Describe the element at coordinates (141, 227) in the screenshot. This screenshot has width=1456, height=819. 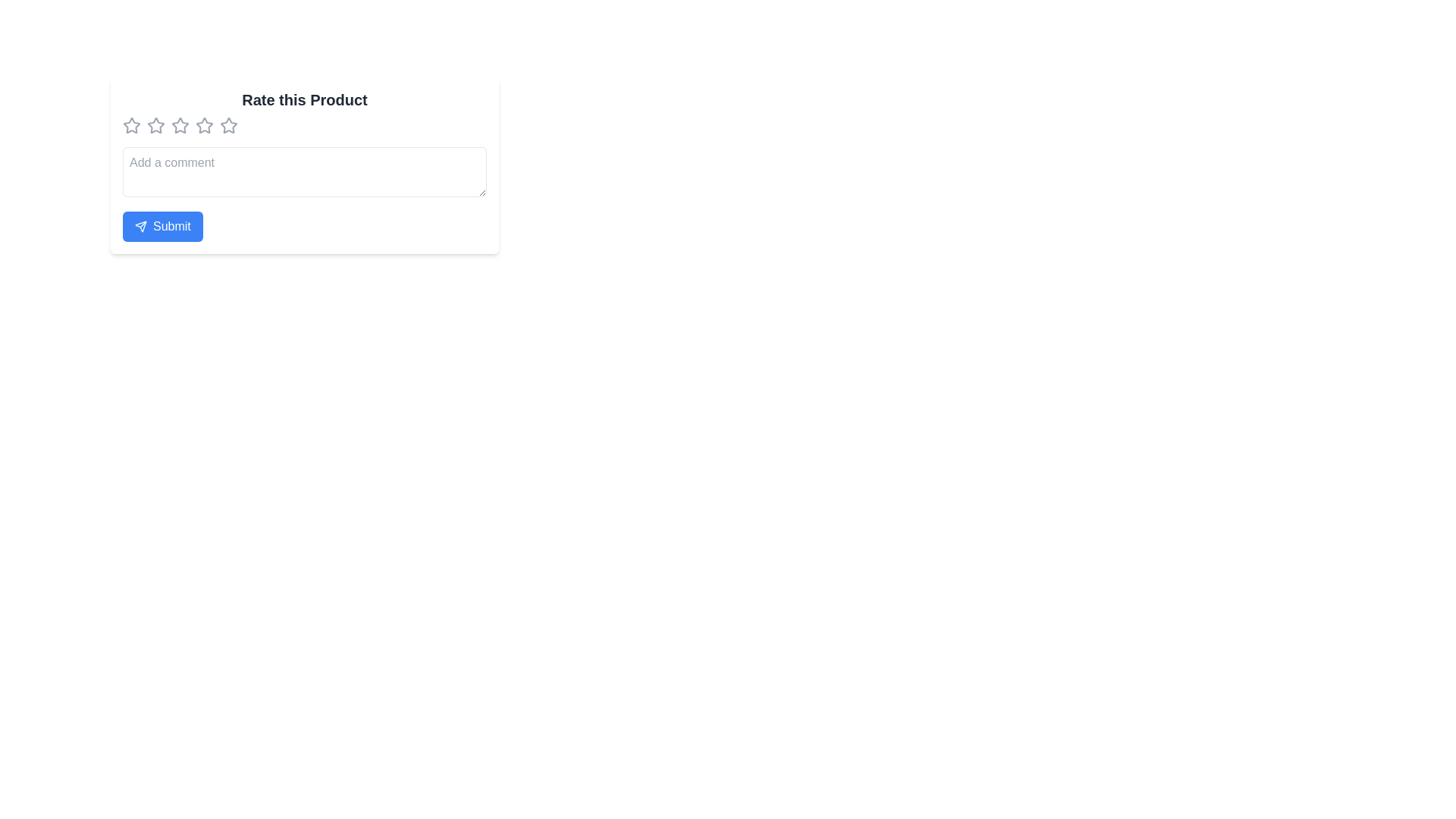
I see `the 'send' SVG icon located within the button at the bottom of the form` at that location.